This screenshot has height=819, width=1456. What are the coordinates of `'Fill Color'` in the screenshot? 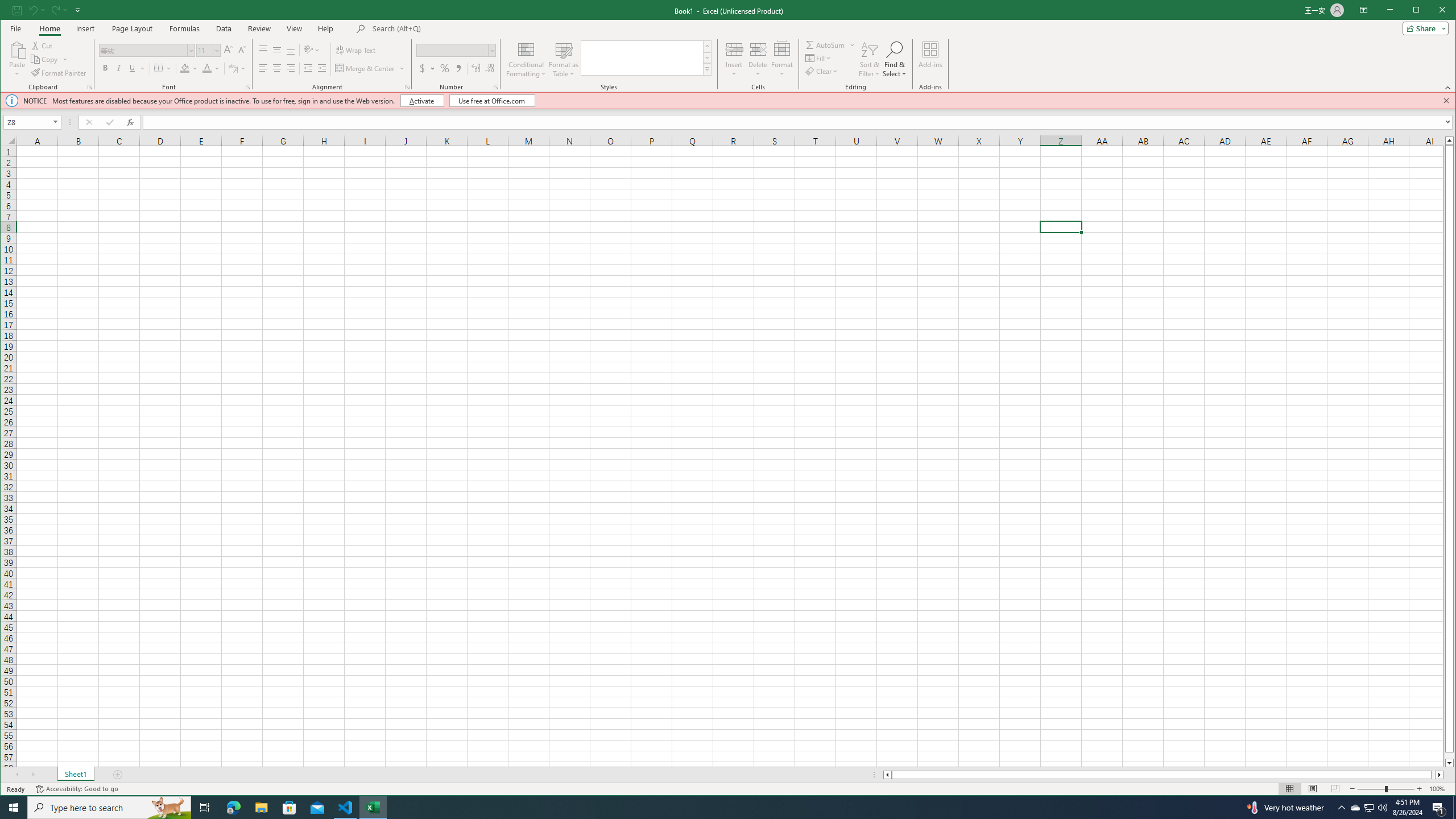 It's located at (185, 68).